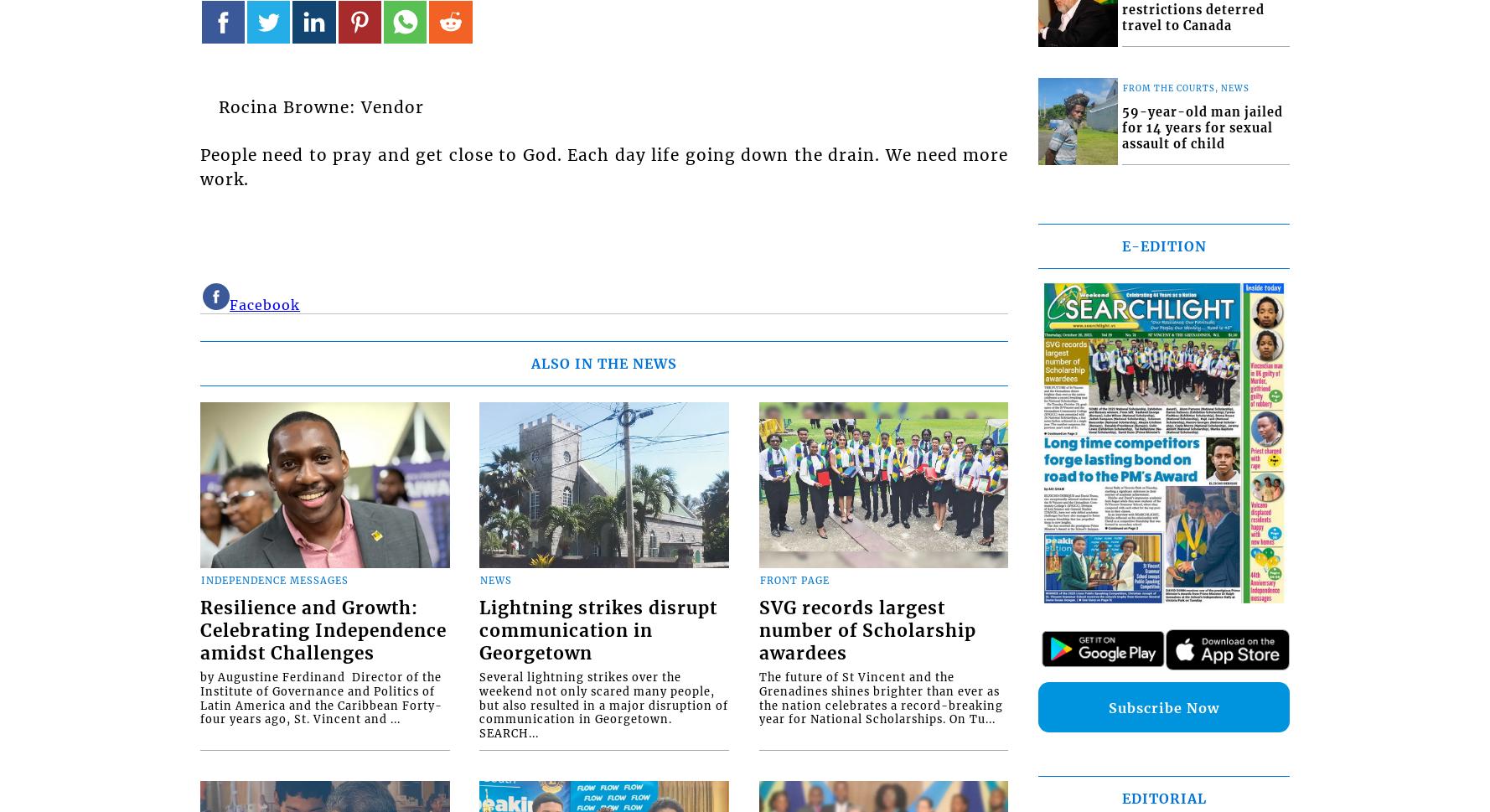  What do you see at coordinates (880, 697) in the screenshot?
I see `'The future of St Vincent and the Grenadines shines brighter than ever as the nation celebrates a record-breaking year for National Scholarships. On Tu...'` at bounding box center [880, 697].